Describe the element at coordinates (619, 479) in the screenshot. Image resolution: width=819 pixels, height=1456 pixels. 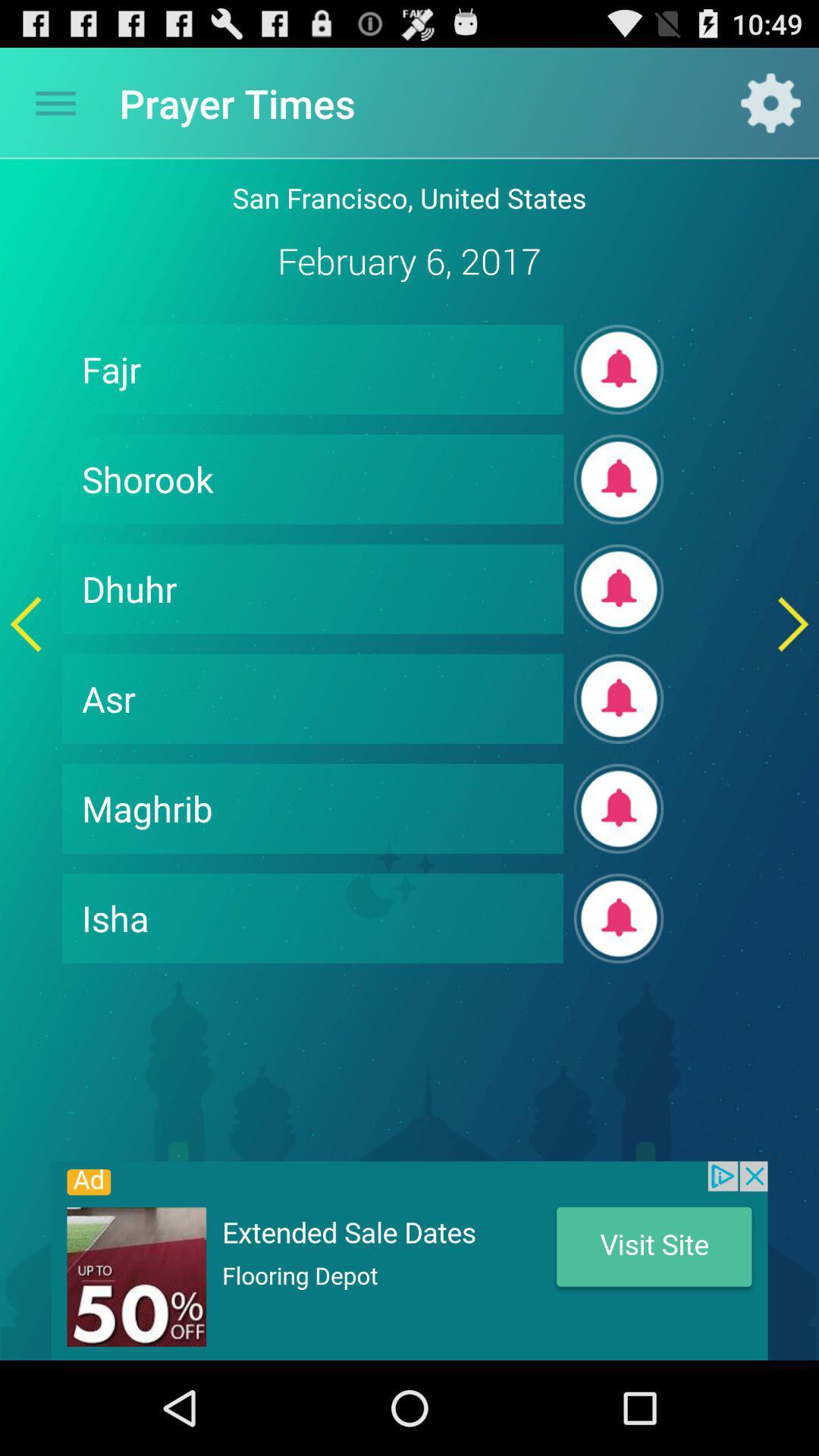
I see `the subscribe` at that location.